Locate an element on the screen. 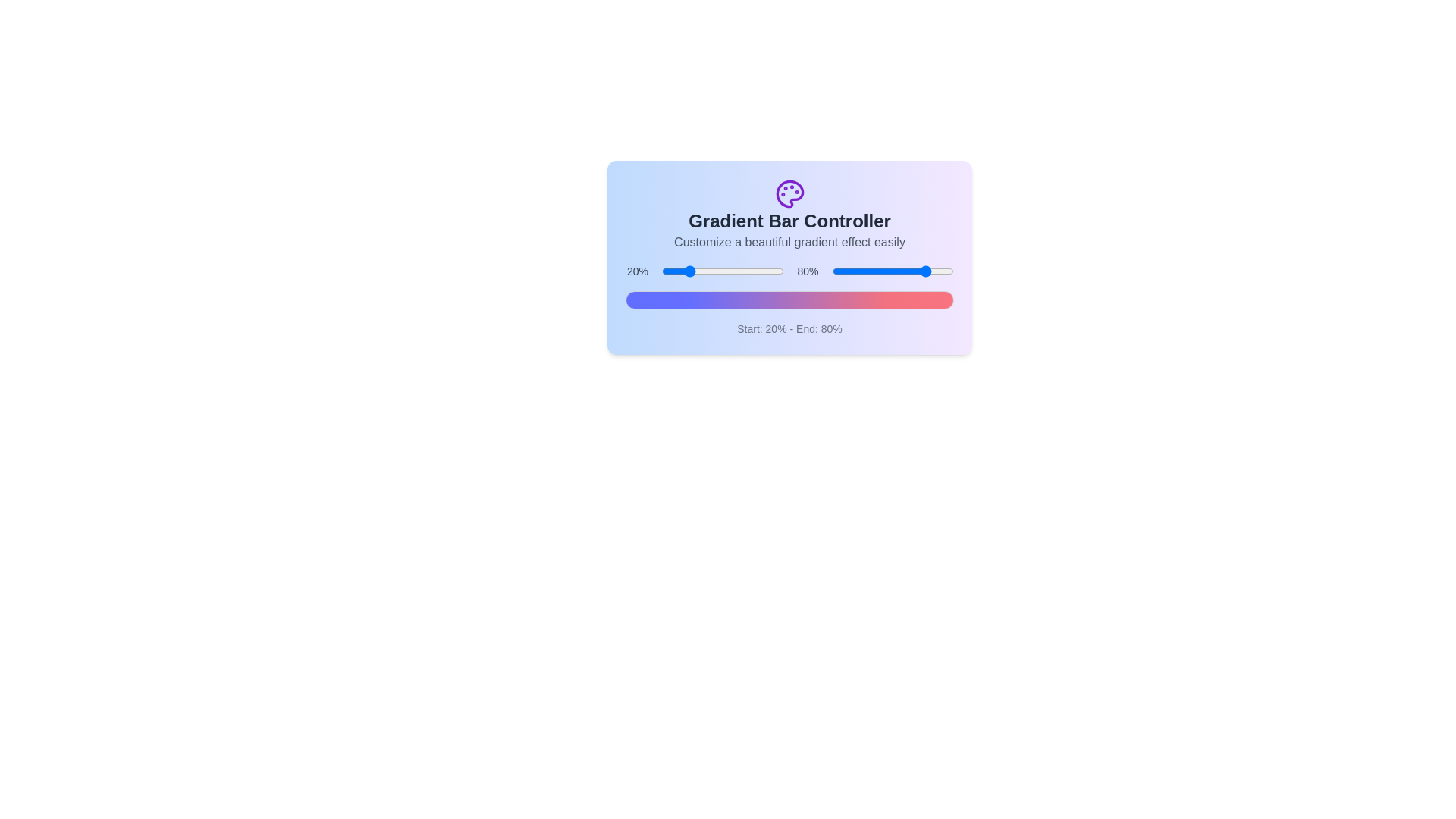  the start percentage slider to 99% is located at coordinates (782, 271).